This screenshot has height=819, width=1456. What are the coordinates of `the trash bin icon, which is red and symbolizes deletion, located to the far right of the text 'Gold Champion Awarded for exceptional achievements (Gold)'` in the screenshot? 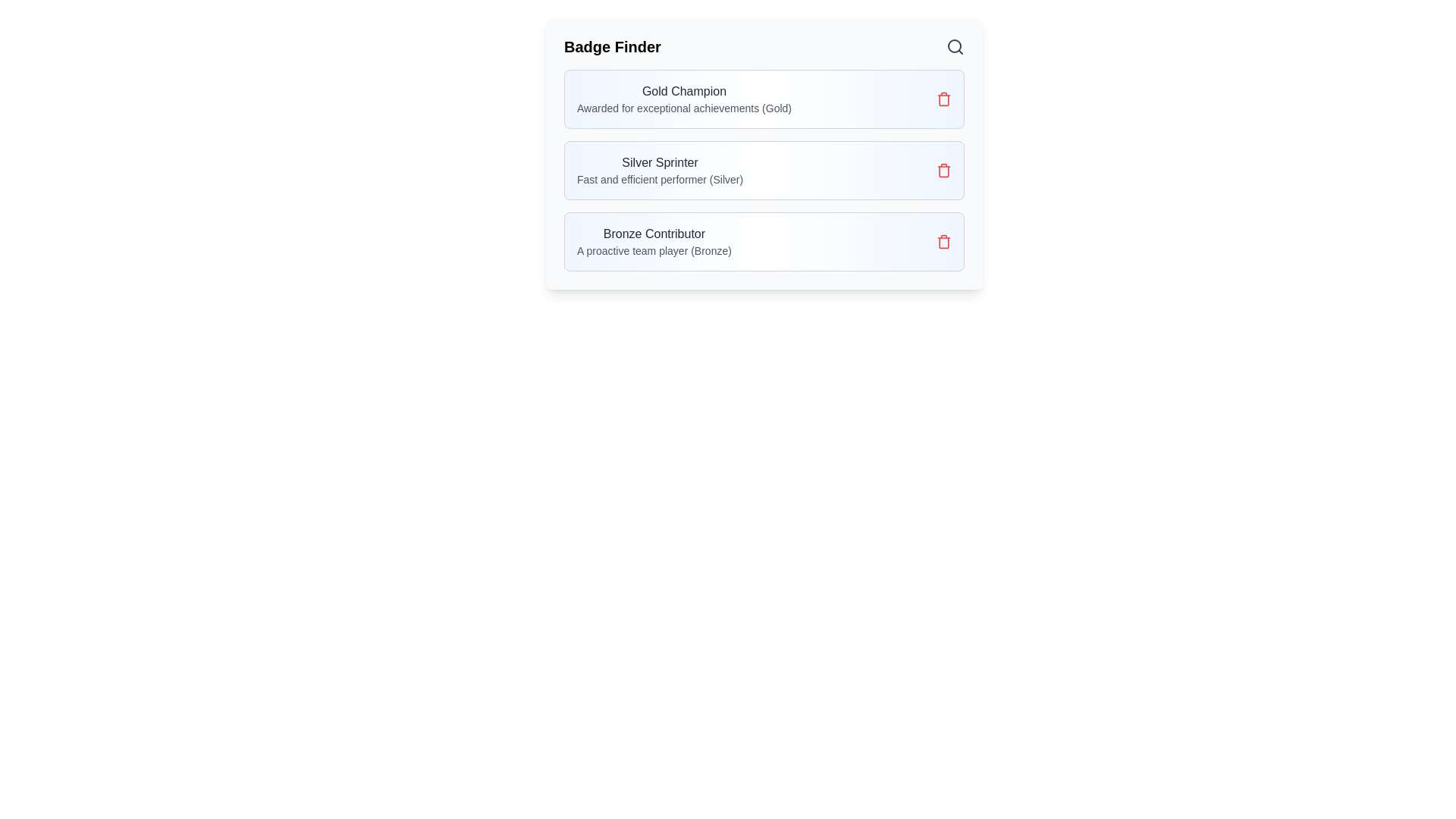 It's located at (943, 99).